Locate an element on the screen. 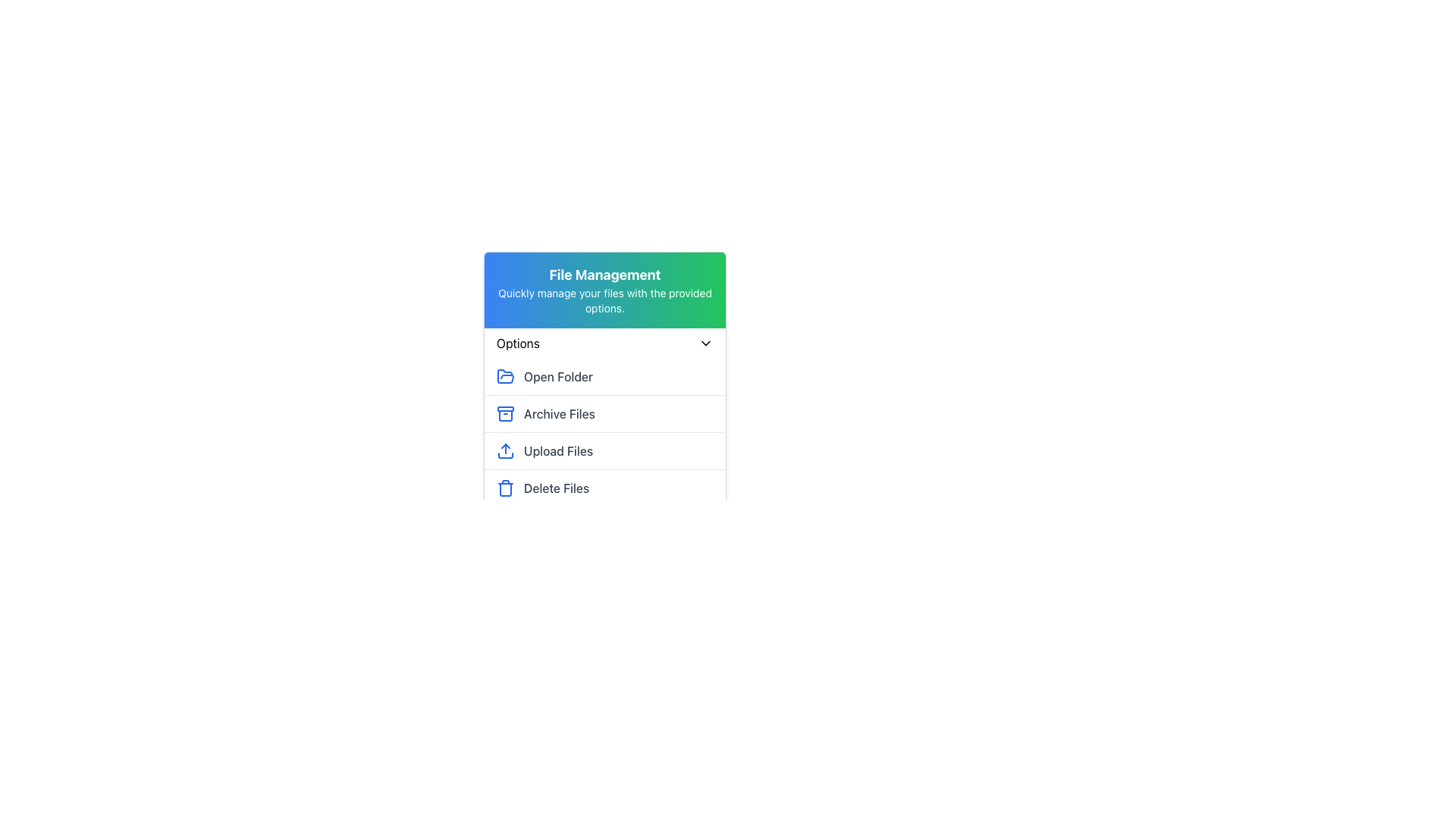 This screenshot has height=819, width=1456. the first item in the vertical list within the 'File Management' section to trigger visual feedback is located at coordinates (604, 376).